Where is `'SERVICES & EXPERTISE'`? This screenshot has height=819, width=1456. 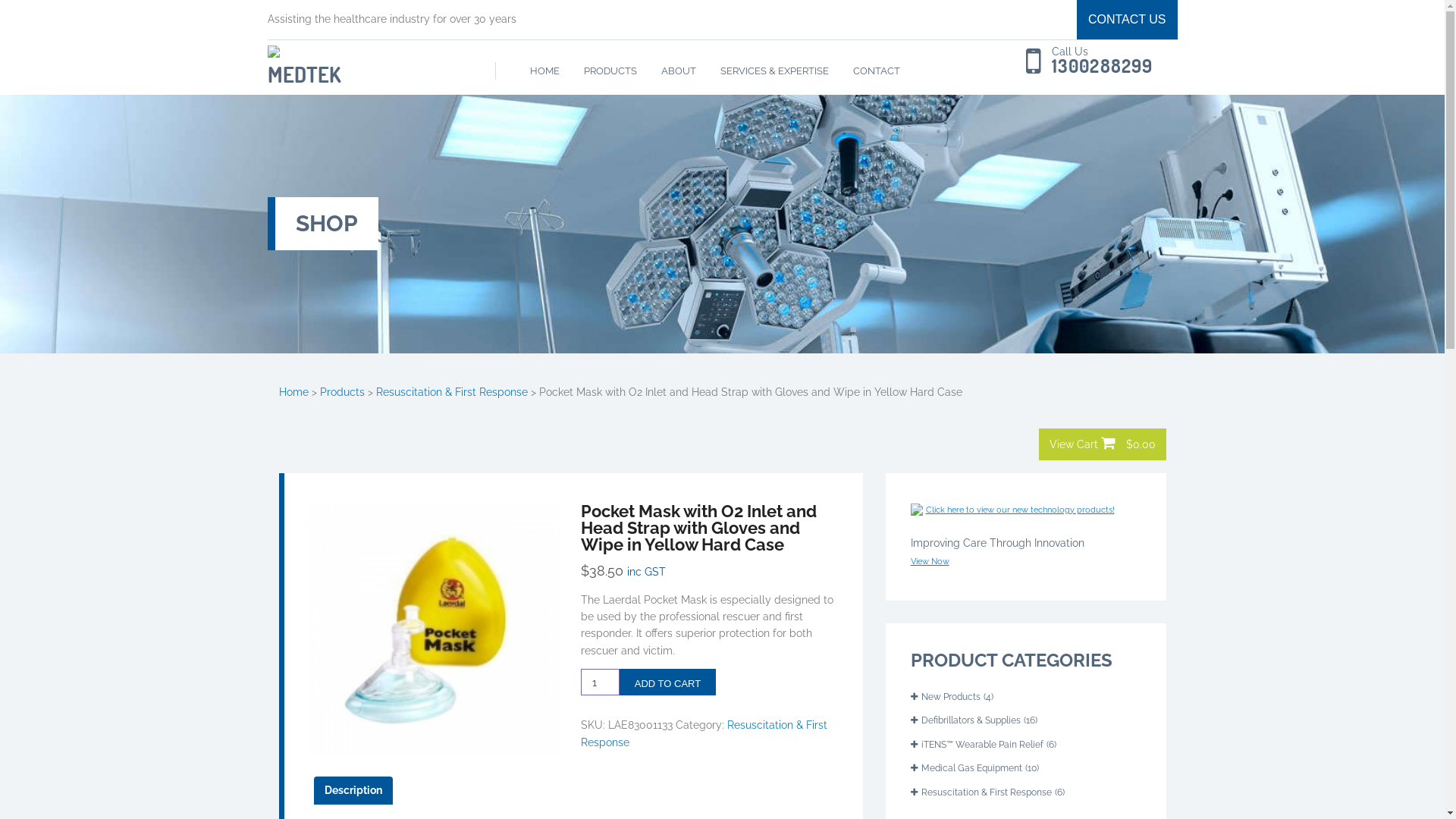
'SERVICES & EXPERTISE' is located at coordinates (774, 71).